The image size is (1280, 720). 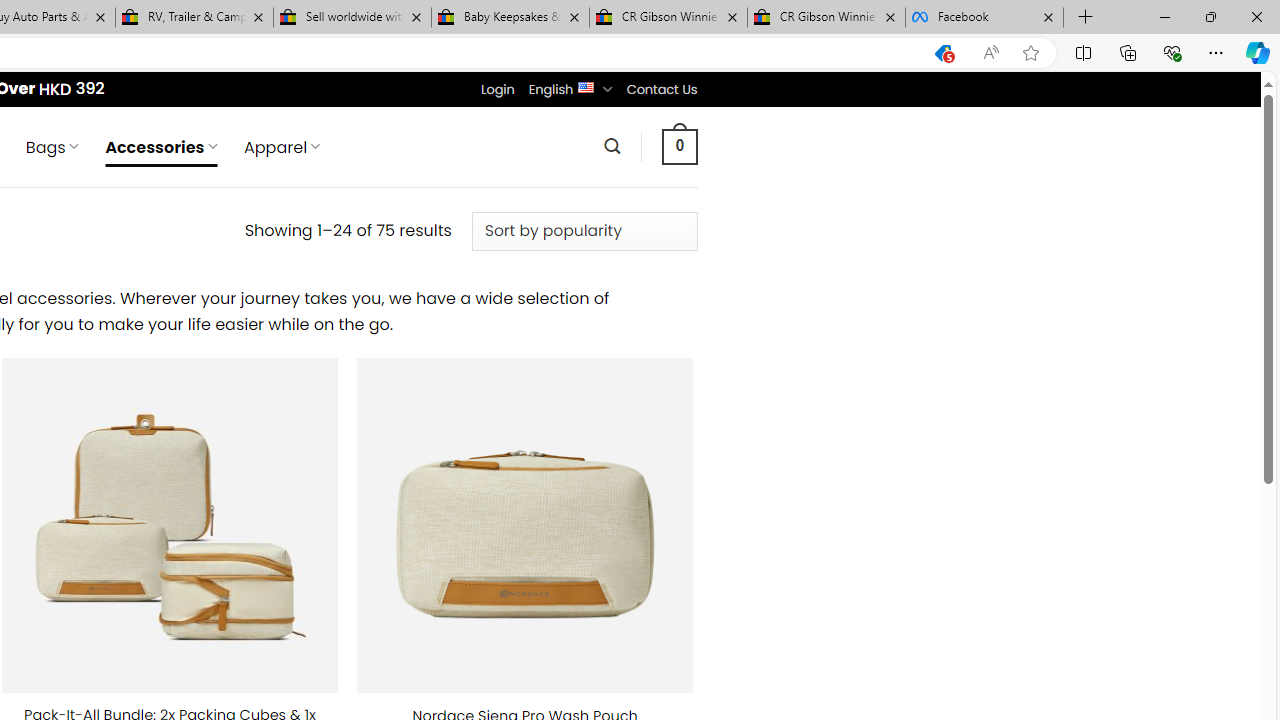 What do you see at coordinates (352, 17) in the screenshot?
I see `'Sell worldwide with eBay'` at bounding box center [352, 17].